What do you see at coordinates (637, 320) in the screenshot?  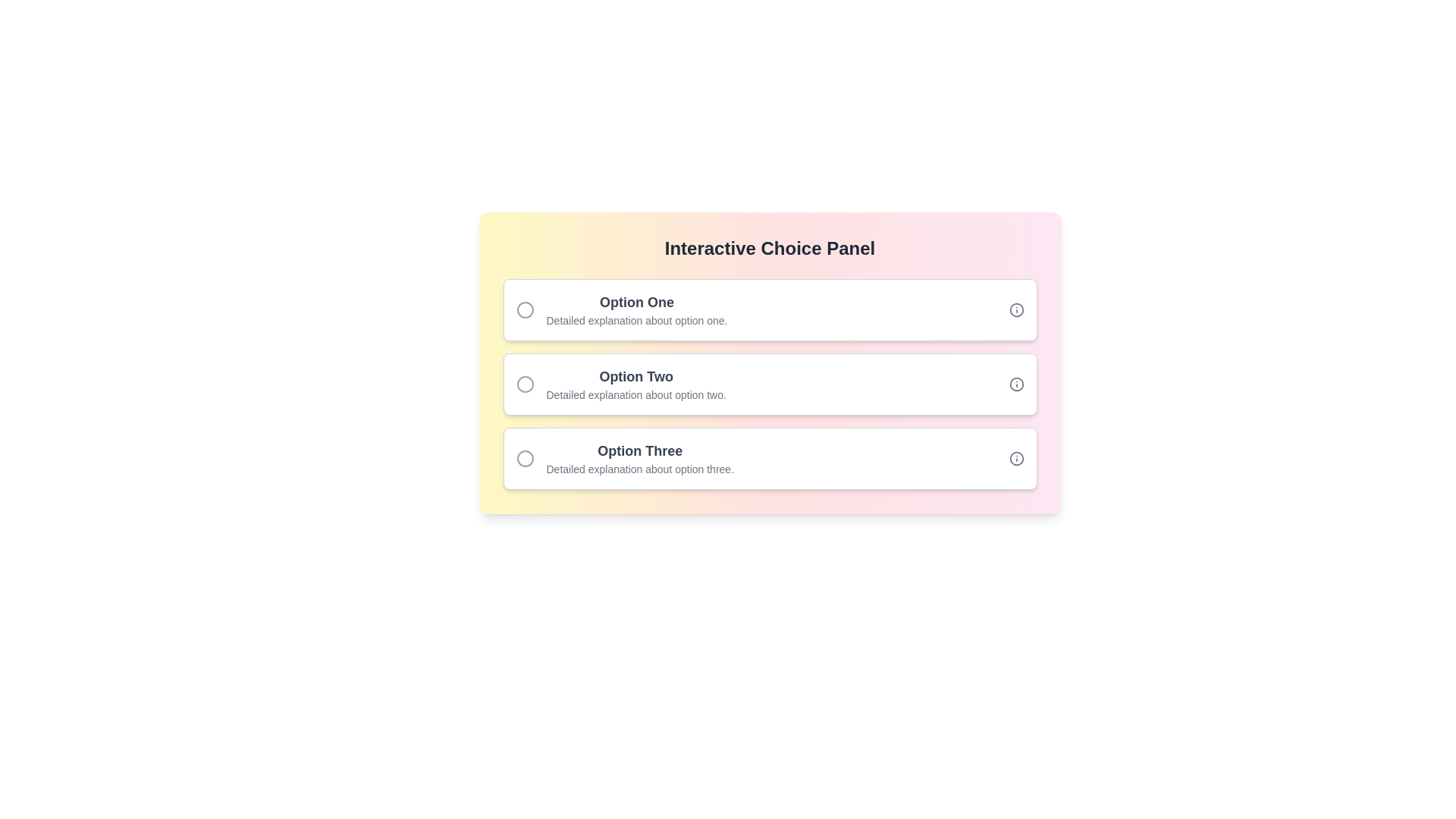 I see `the supplementary explanation text related to 'Option One' which is located below the title text in the first card of a list of three cards` at bounding box center [637, 320].